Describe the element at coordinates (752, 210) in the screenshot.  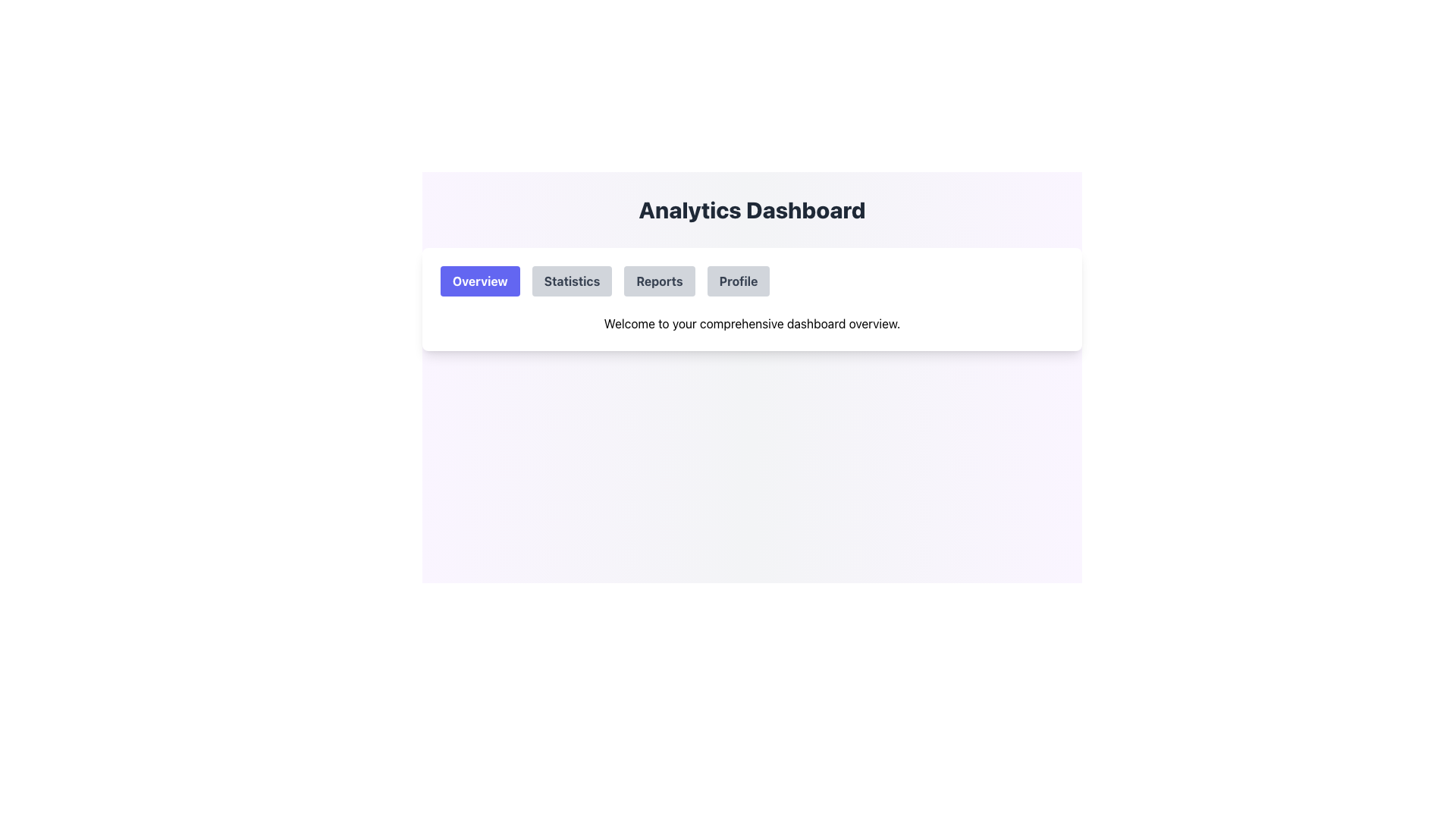
I see `the title text at the center top of the page, which provides an overview of the analytics section` at that location.